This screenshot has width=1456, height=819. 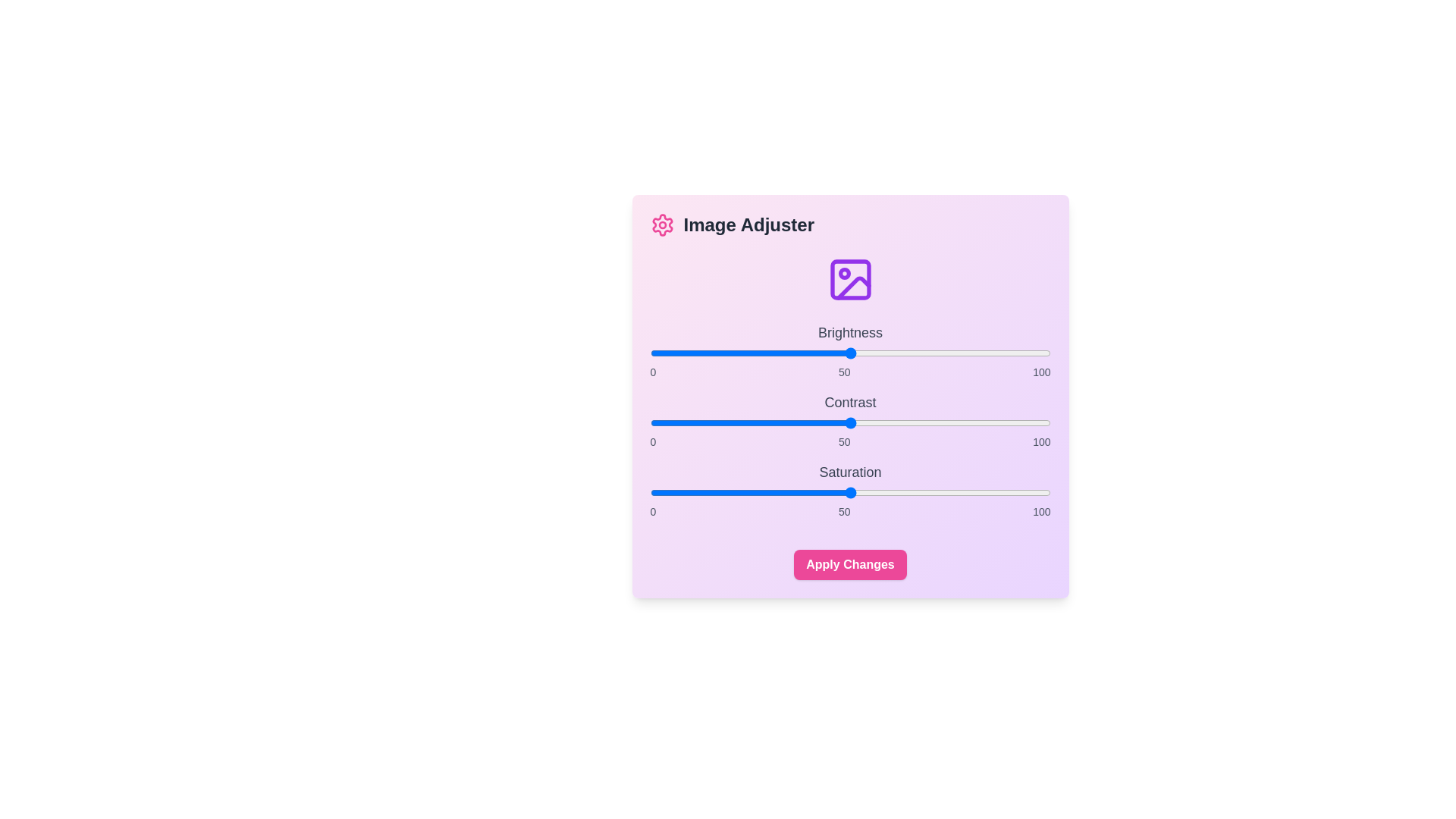 I want to click on the saturation slider to set the value to 40, so click(x=809, y=493).